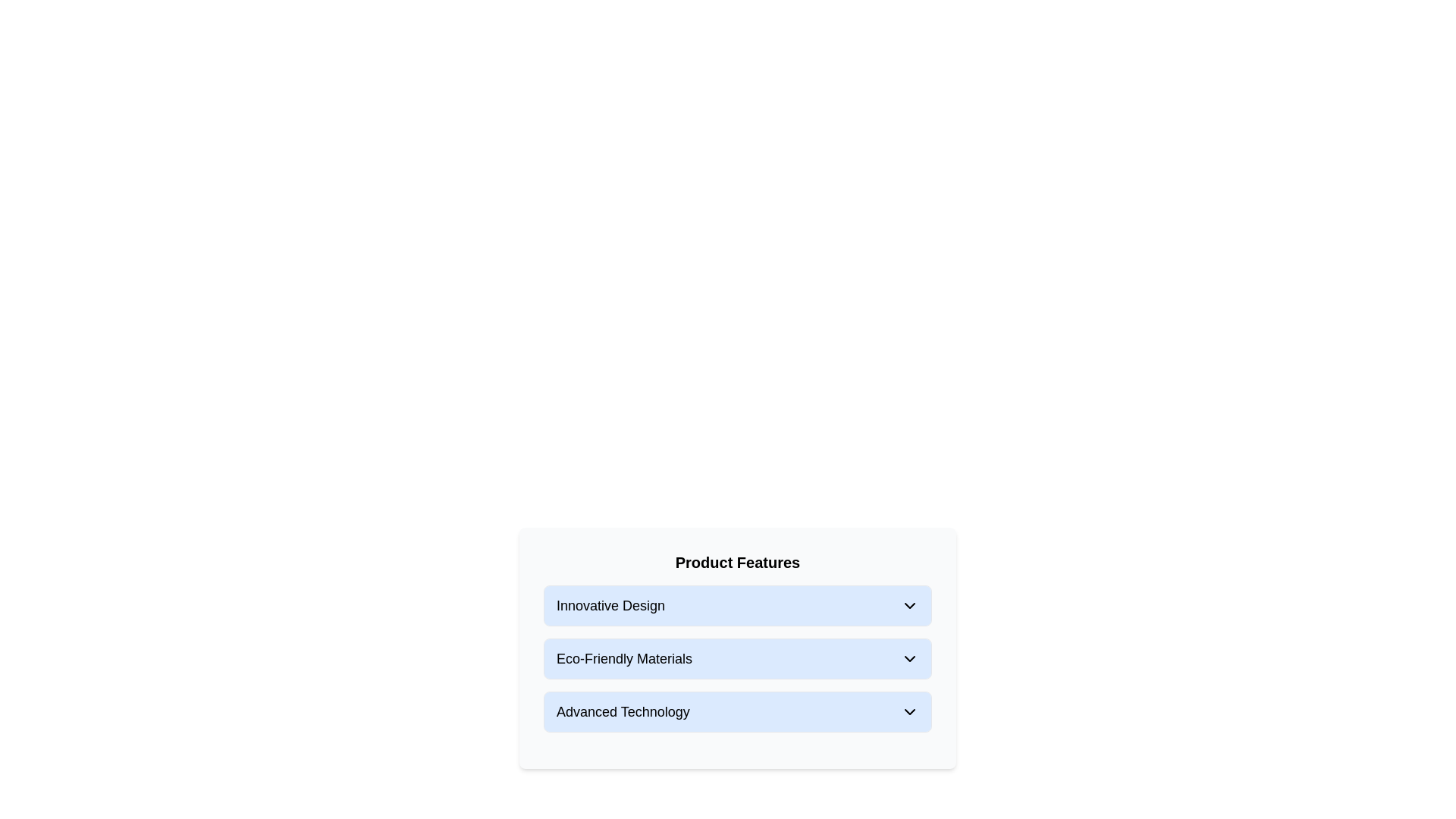  I want to click on the text label reading 'Eco-Friendly Materials', which is styled in bold and located in the middle row of a vertical stack of options, so click(624, 657).